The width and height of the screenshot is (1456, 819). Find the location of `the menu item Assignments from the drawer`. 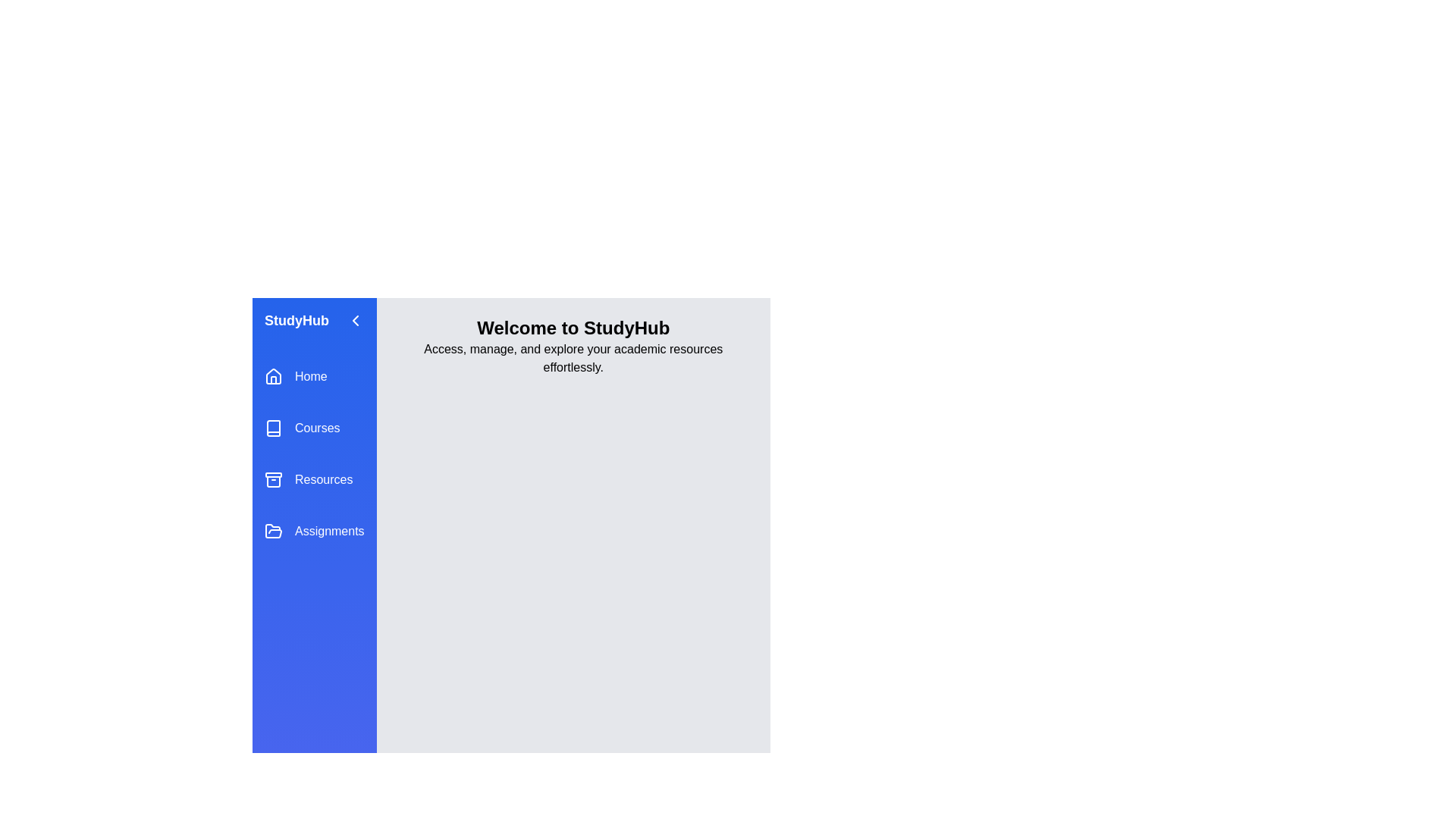

the menu item Assignments from the drawer is located at coordinates (313, 531).